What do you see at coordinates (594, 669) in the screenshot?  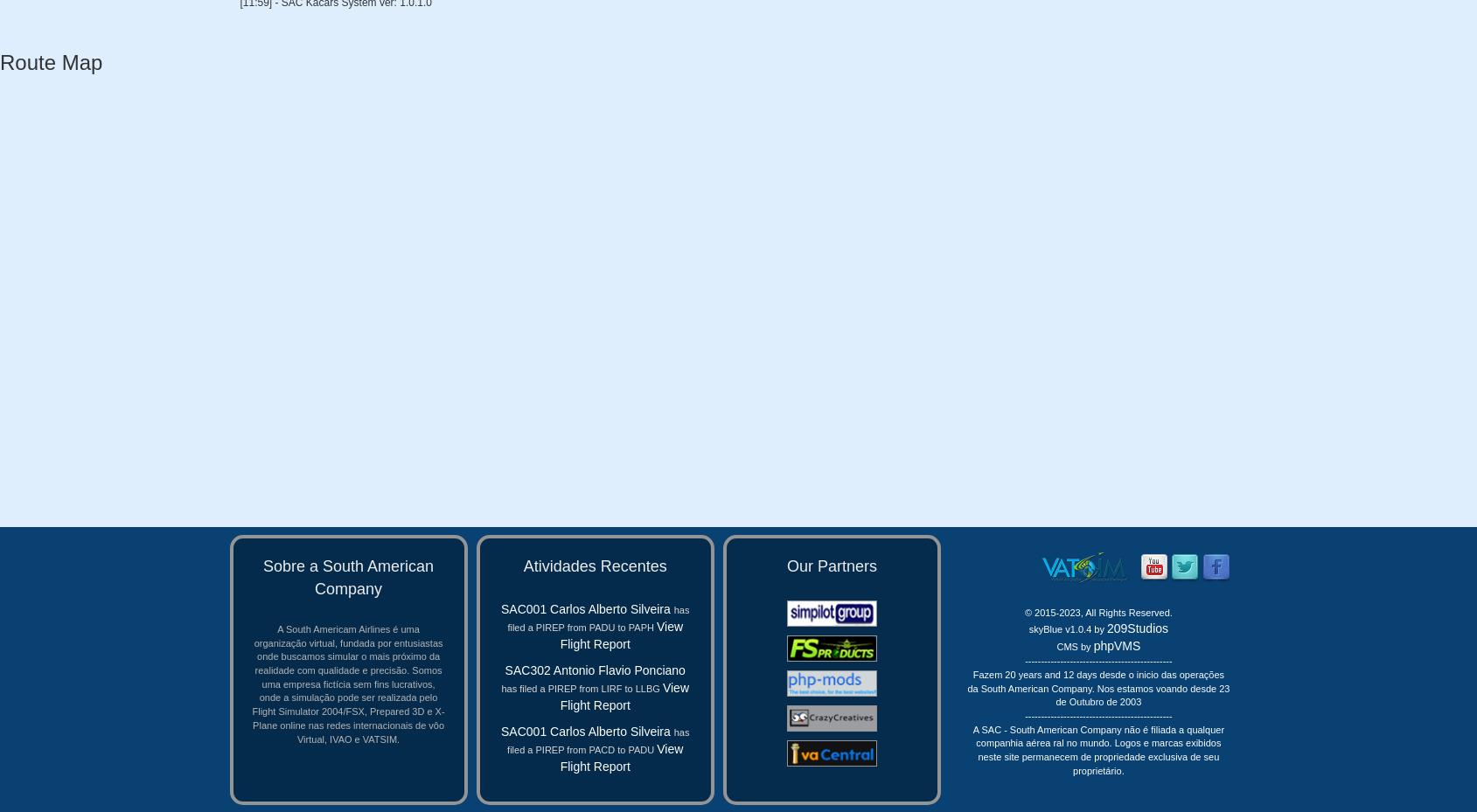 I see `'SAC302 Antonio   Flavio Ponciano'` at bounding box center [594, 669].